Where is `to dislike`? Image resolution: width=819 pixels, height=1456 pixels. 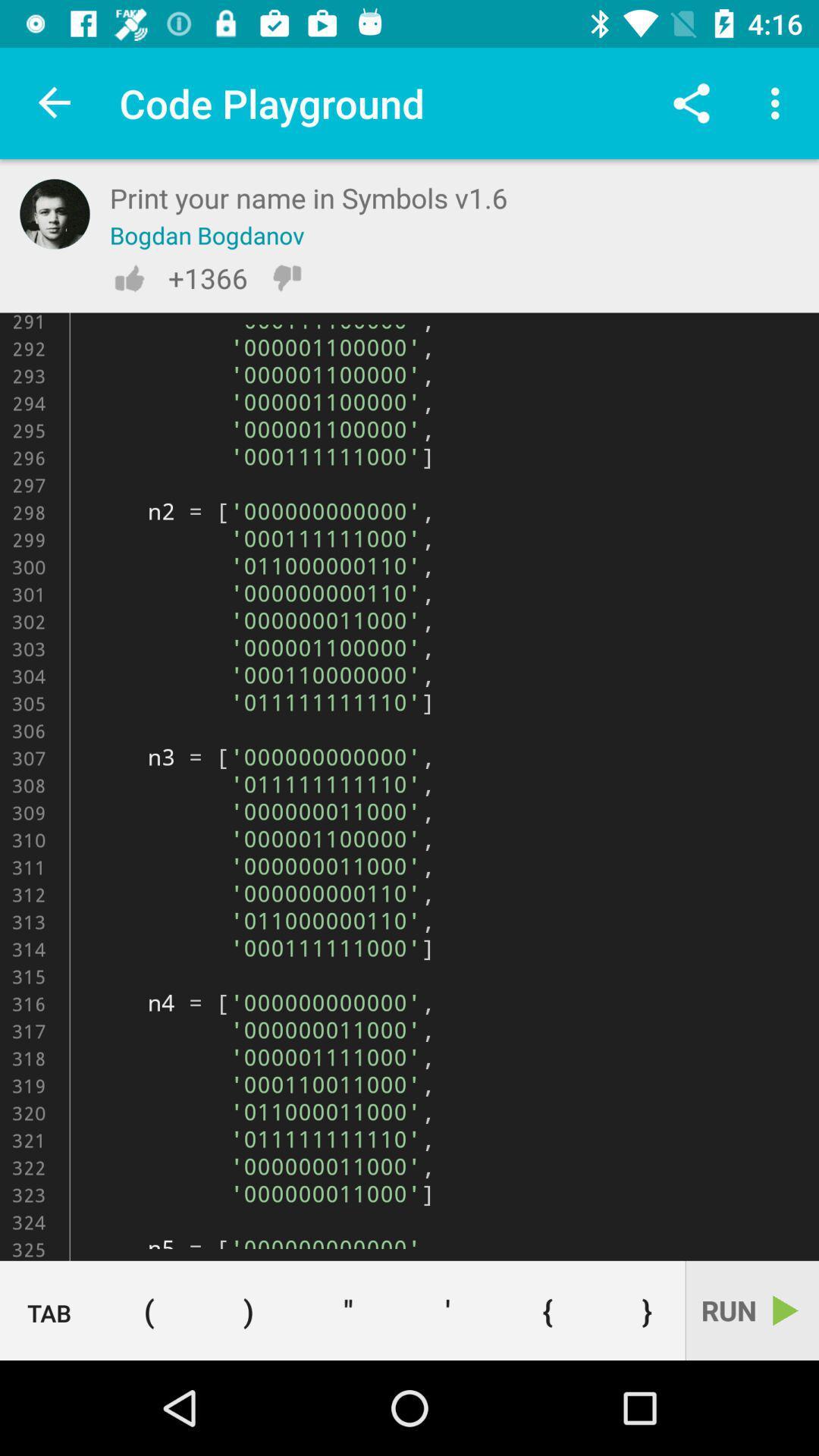 to dislike is located at coordinates (287, 278).